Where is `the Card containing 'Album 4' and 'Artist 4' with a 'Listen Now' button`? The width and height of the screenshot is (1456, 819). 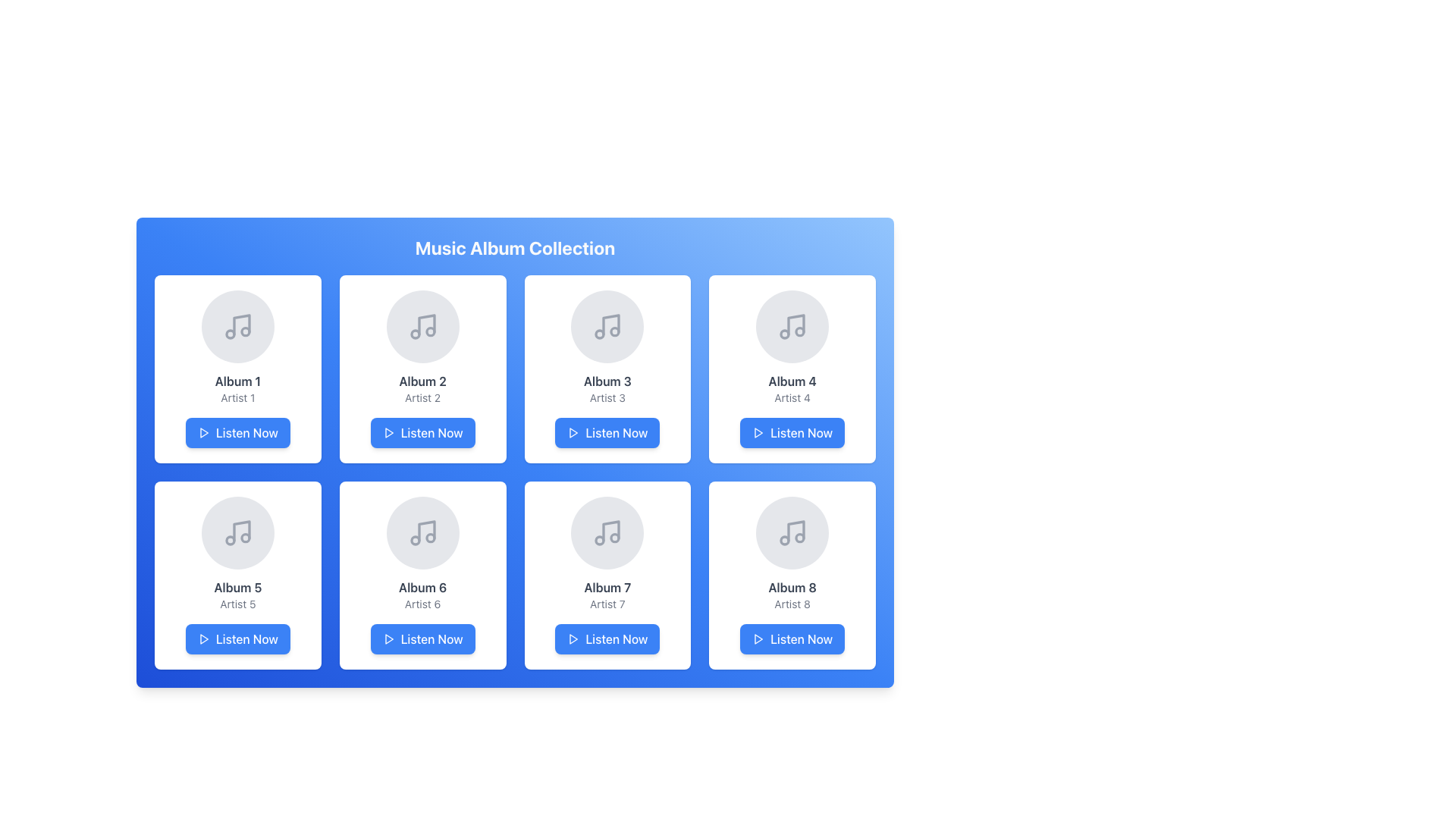 the Card containing 'Album 4' and 'Artist 4' with a 'Listen Now' button is located at coordinates (792, 369).